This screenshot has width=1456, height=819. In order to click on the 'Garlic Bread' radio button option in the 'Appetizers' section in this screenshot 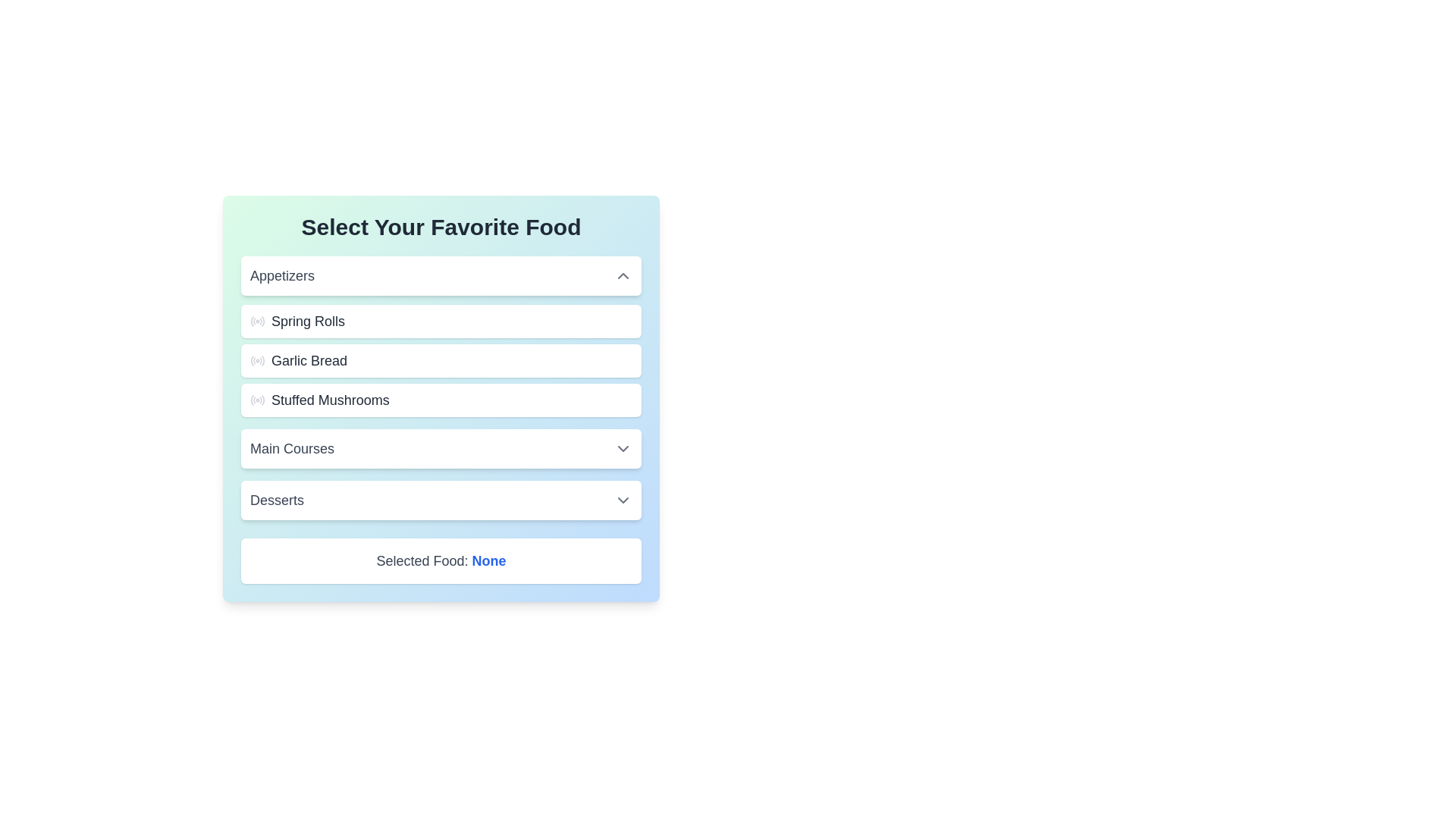, I will do `click(440, 360)`.